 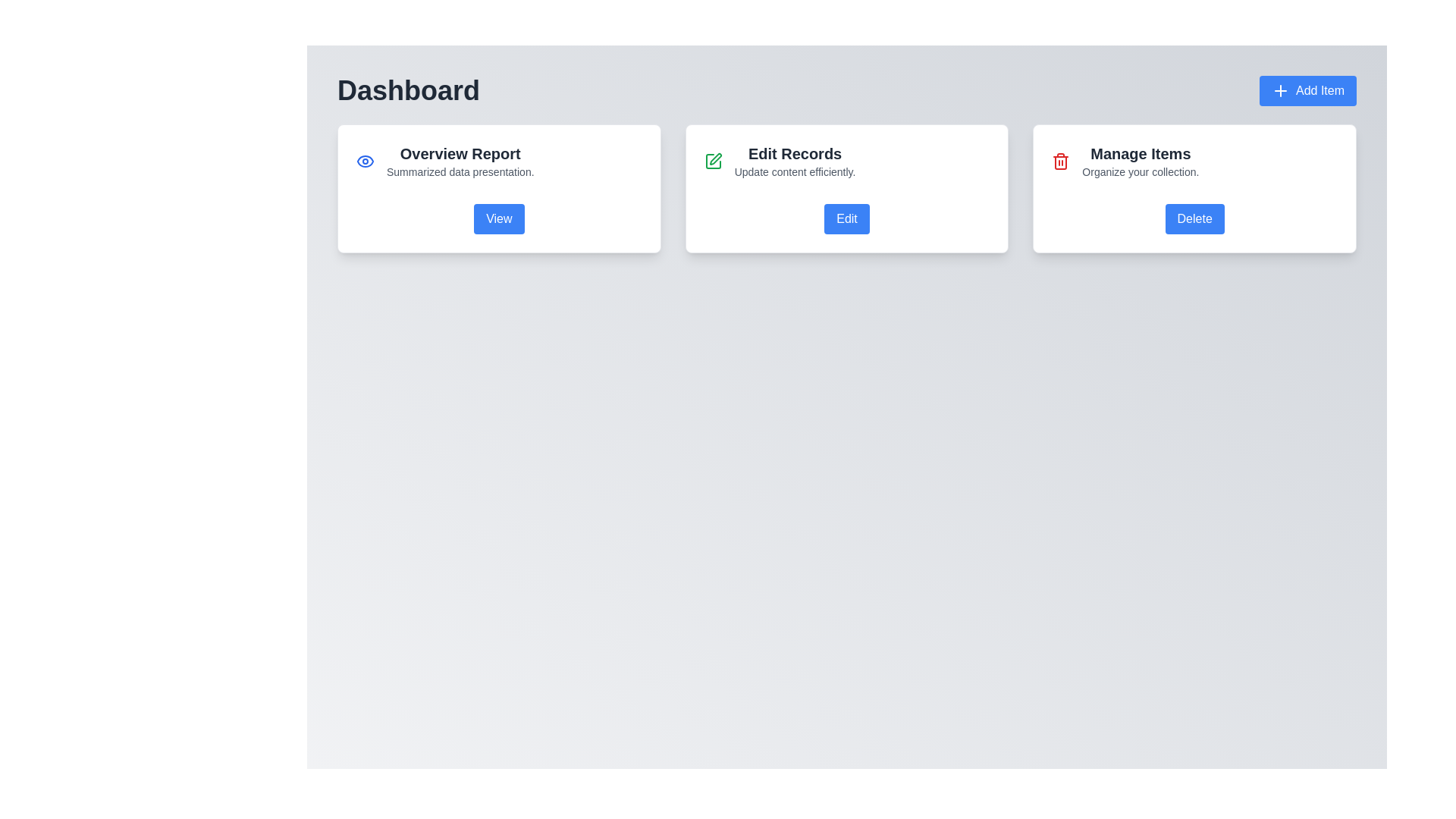 I want to click on the eye icon located in the header section of the 'Overview Report' card on the dashboard, so click(x=365, y=161).